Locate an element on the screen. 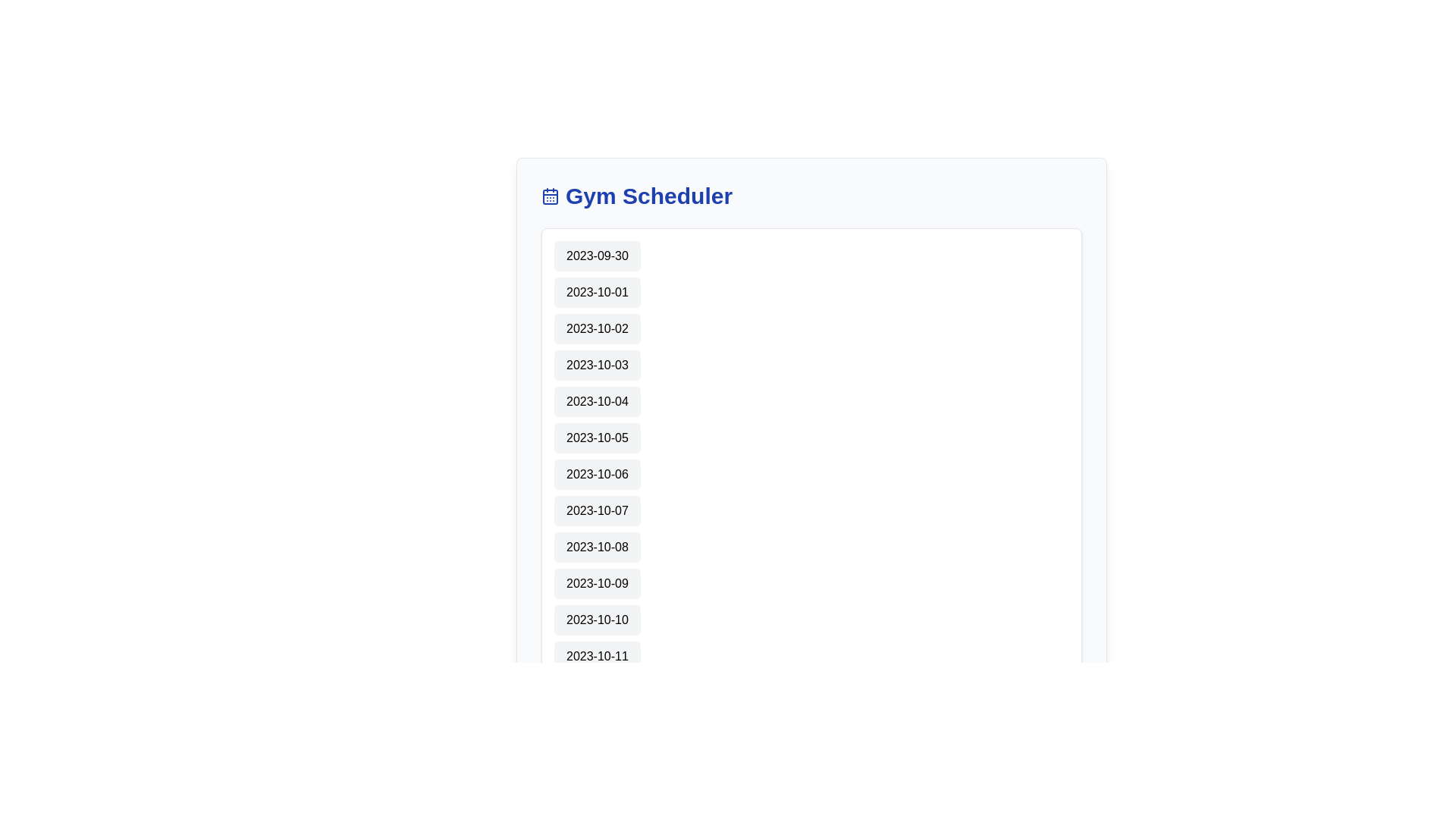 This screenshot has height=819, width=1456. the date button displaying '2023-10-08' is located at coordinates (596, 547).